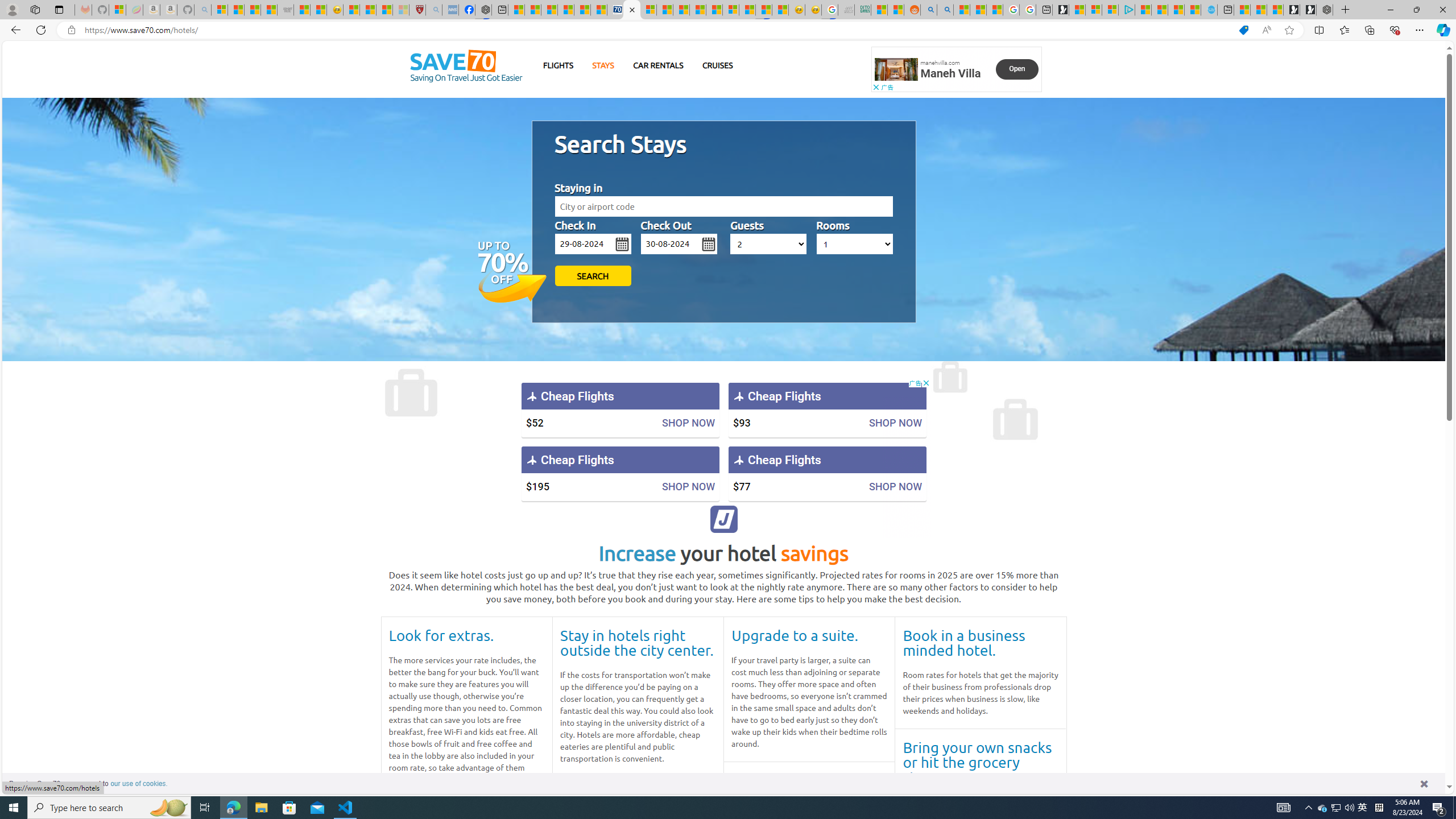  I want to click on 'City or airport code', so click(723, 206).